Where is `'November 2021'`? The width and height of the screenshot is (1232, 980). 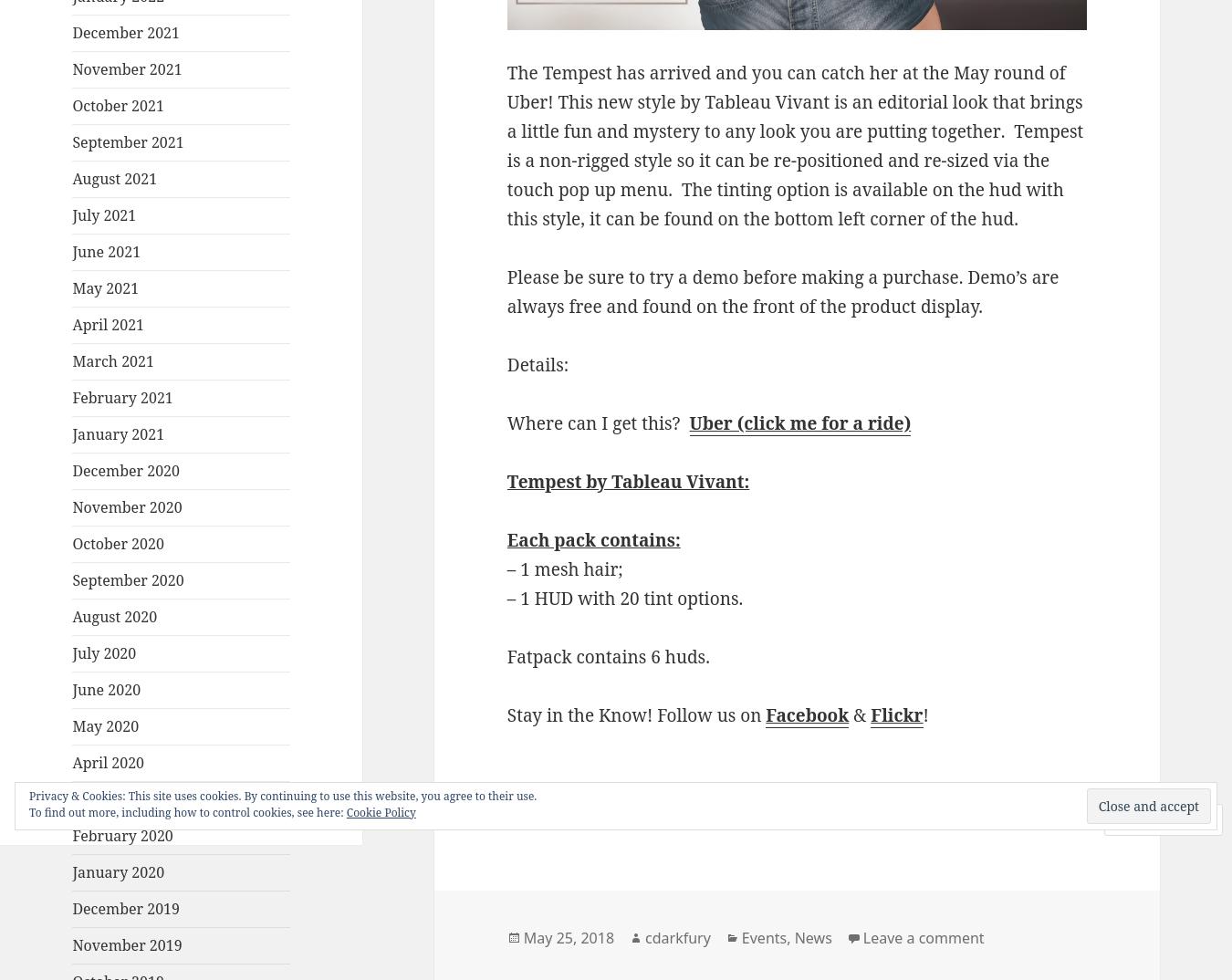 'November 2021' is located at coordinates (127, 69).